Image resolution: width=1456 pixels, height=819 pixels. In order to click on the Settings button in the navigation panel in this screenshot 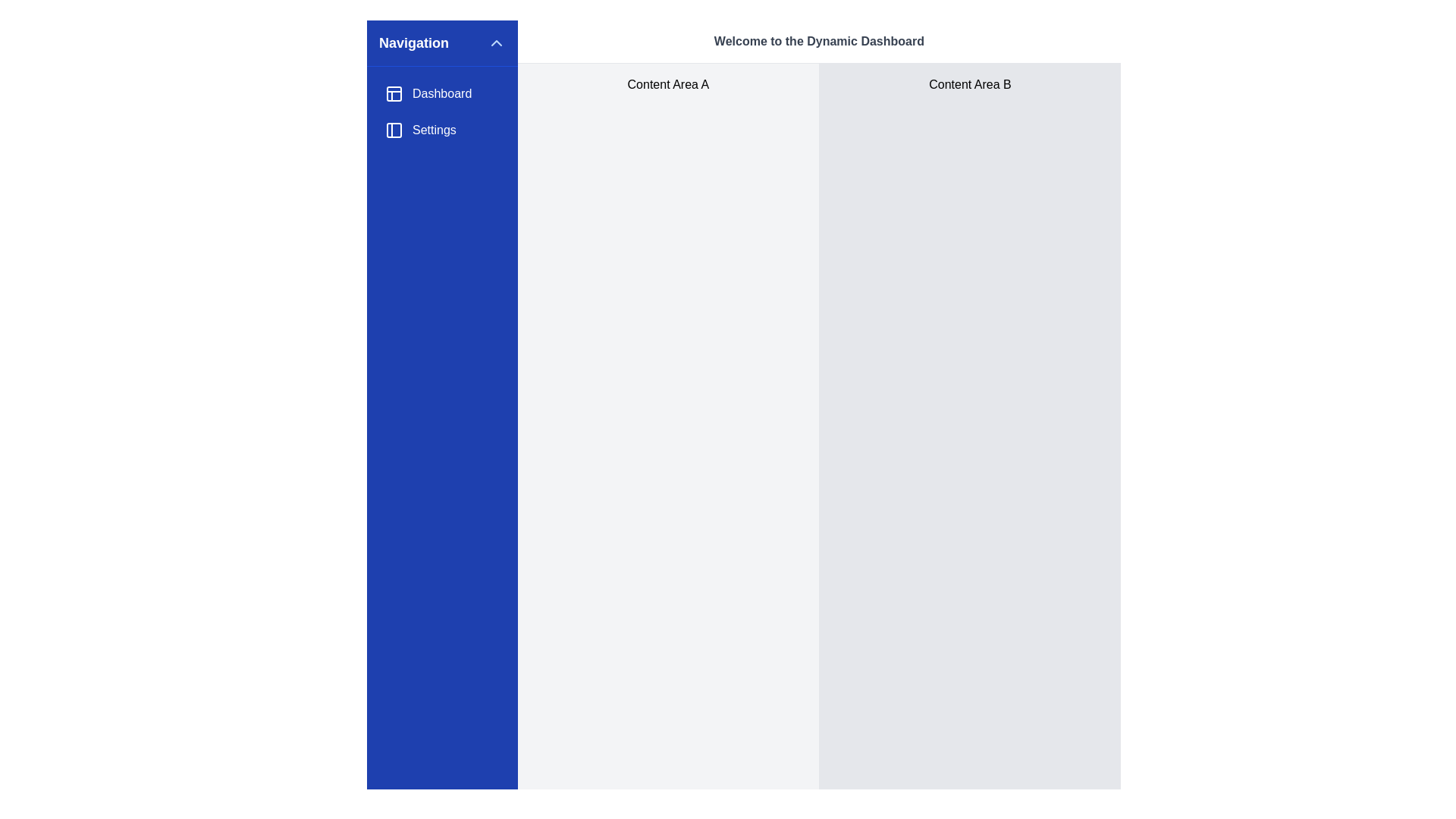, I will do `click(441, 130)`.